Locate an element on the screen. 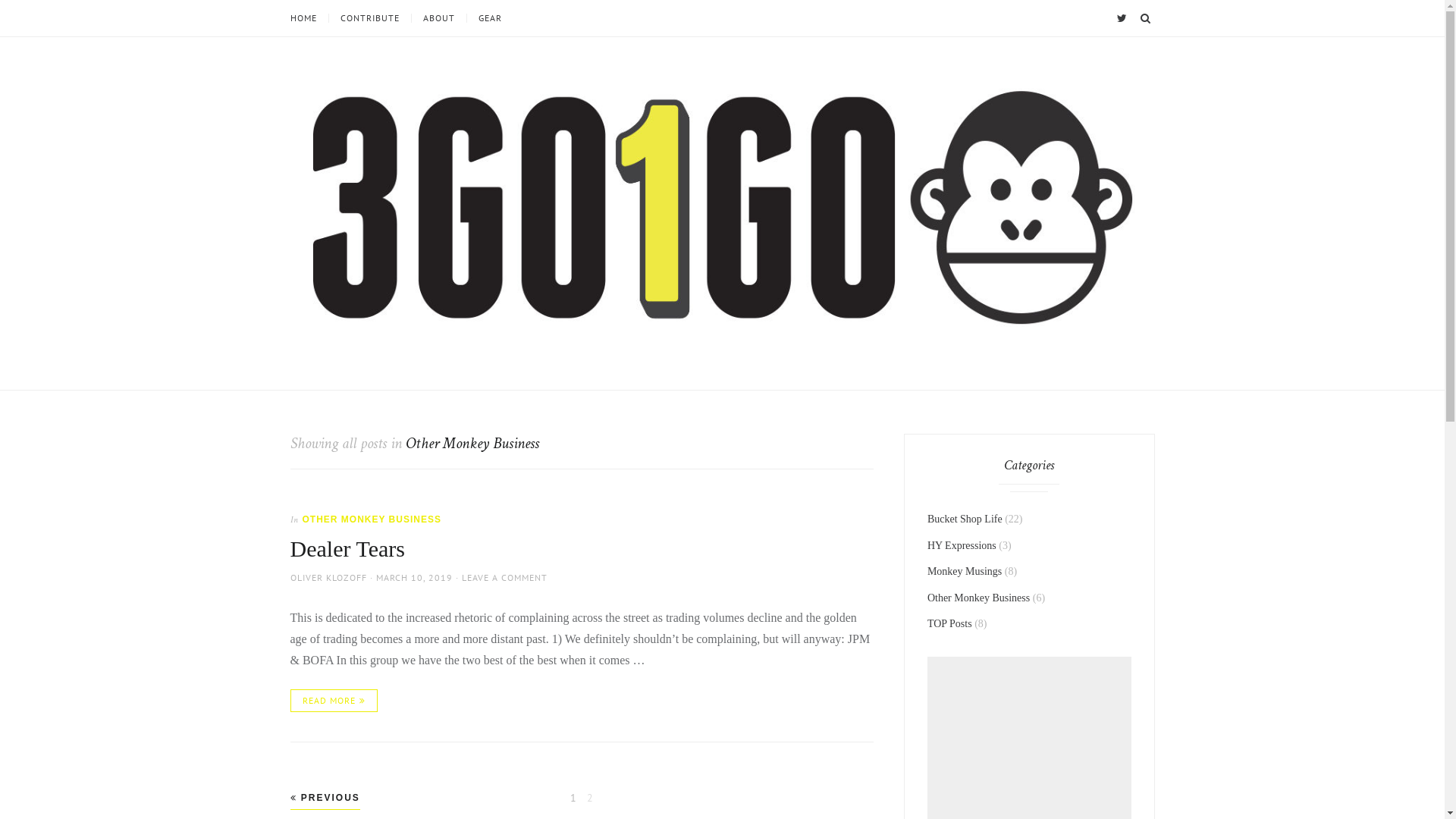 This screenshot has width=1456, height=819. 'Monkey Musings' is located at coordinates (927, 571).